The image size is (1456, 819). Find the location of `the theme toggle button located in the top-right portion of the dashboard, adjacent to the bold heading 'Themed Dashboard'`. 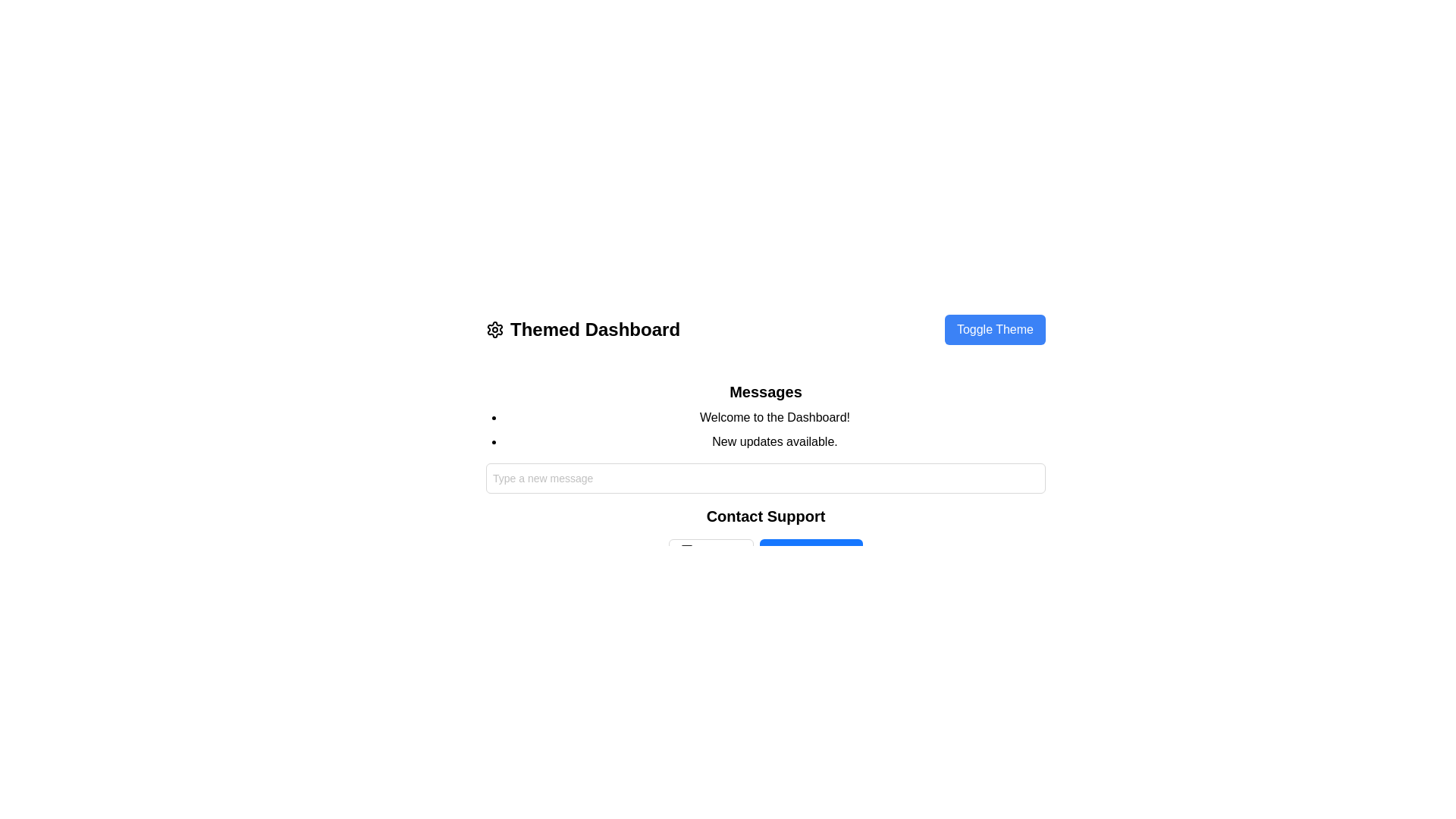

the theme toggle button located in the top-right portion of the dashboard, adjacent to the bold heading 'Themed Dashboard' is located at coordinates (995, 329).